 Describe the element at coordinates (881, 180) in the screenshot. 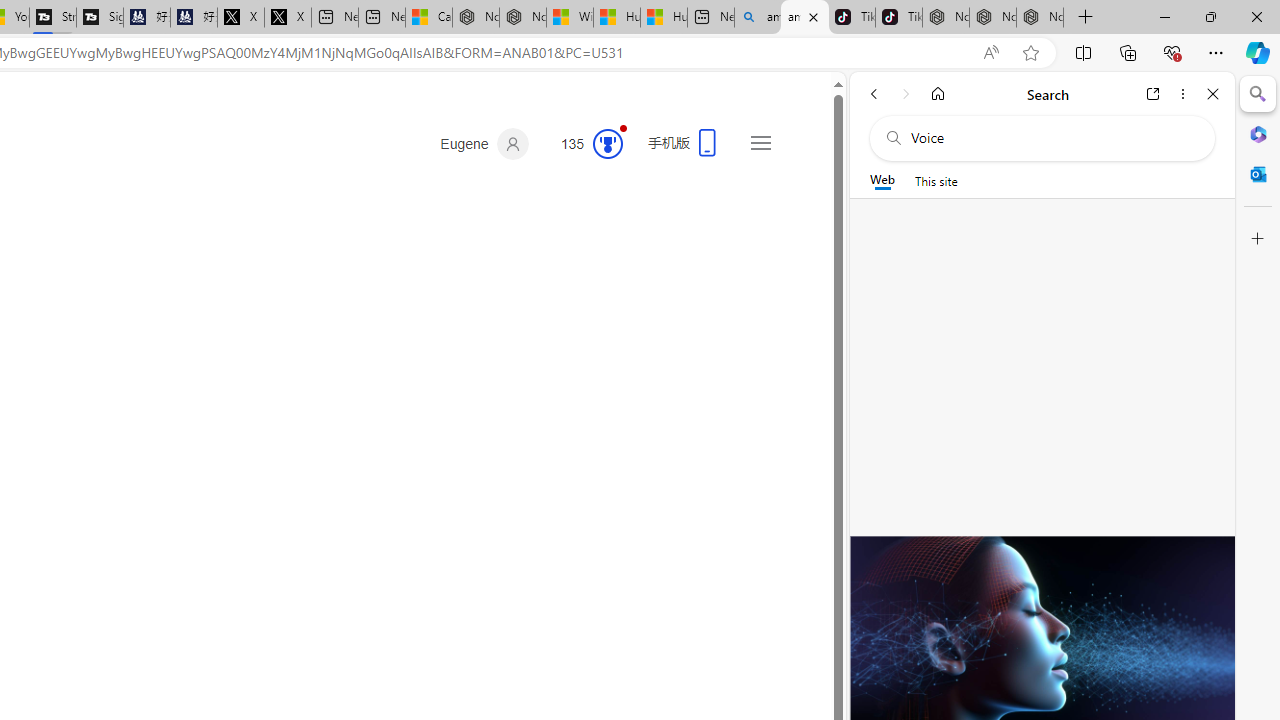

I see `'Web scope'` at that location.